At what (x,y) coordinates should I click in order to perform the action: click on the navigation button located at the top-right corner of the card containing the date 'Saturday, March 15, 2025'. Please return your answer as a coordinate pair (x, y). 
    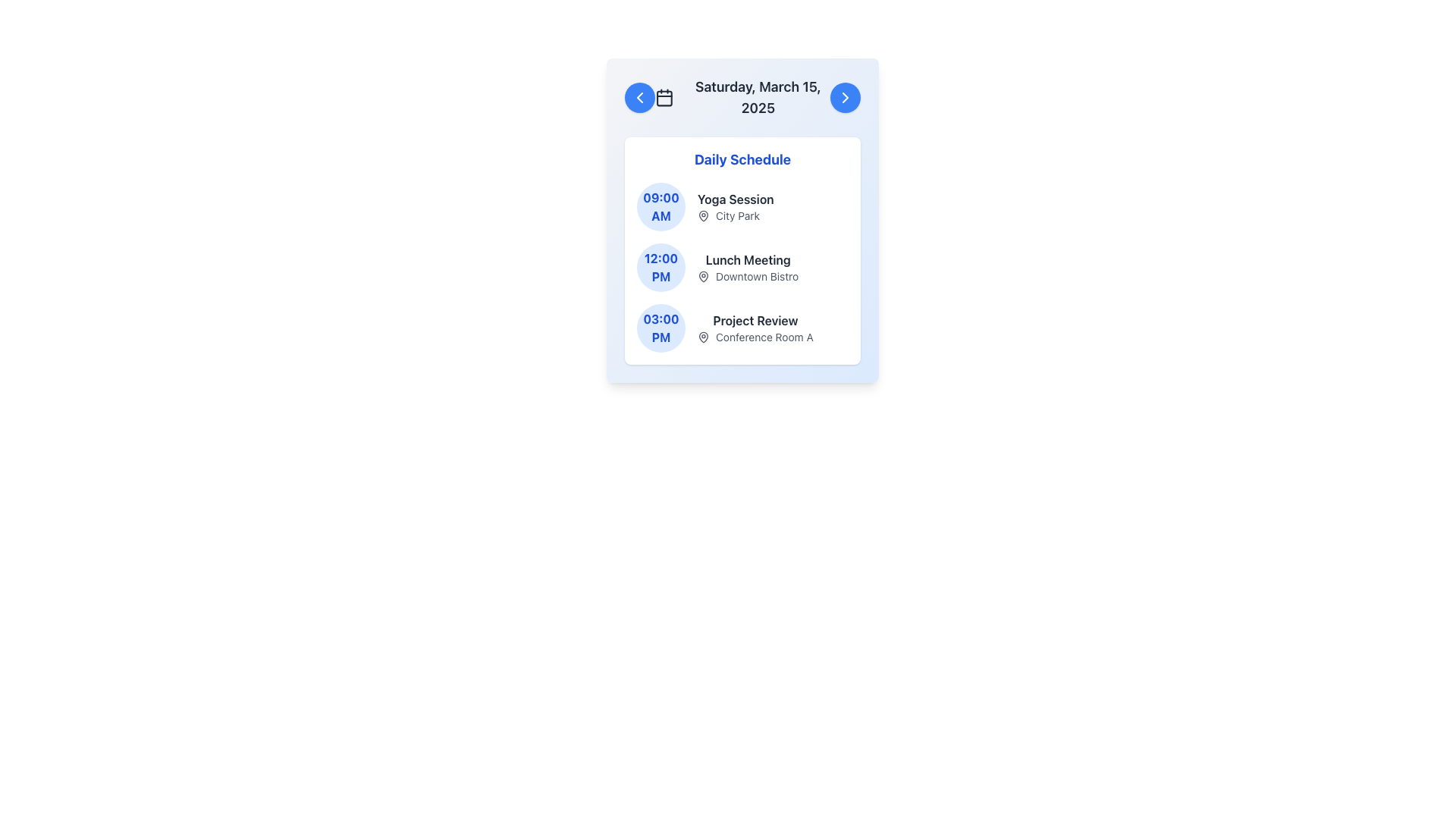
    Looking at the image, I should click on (844, 97).